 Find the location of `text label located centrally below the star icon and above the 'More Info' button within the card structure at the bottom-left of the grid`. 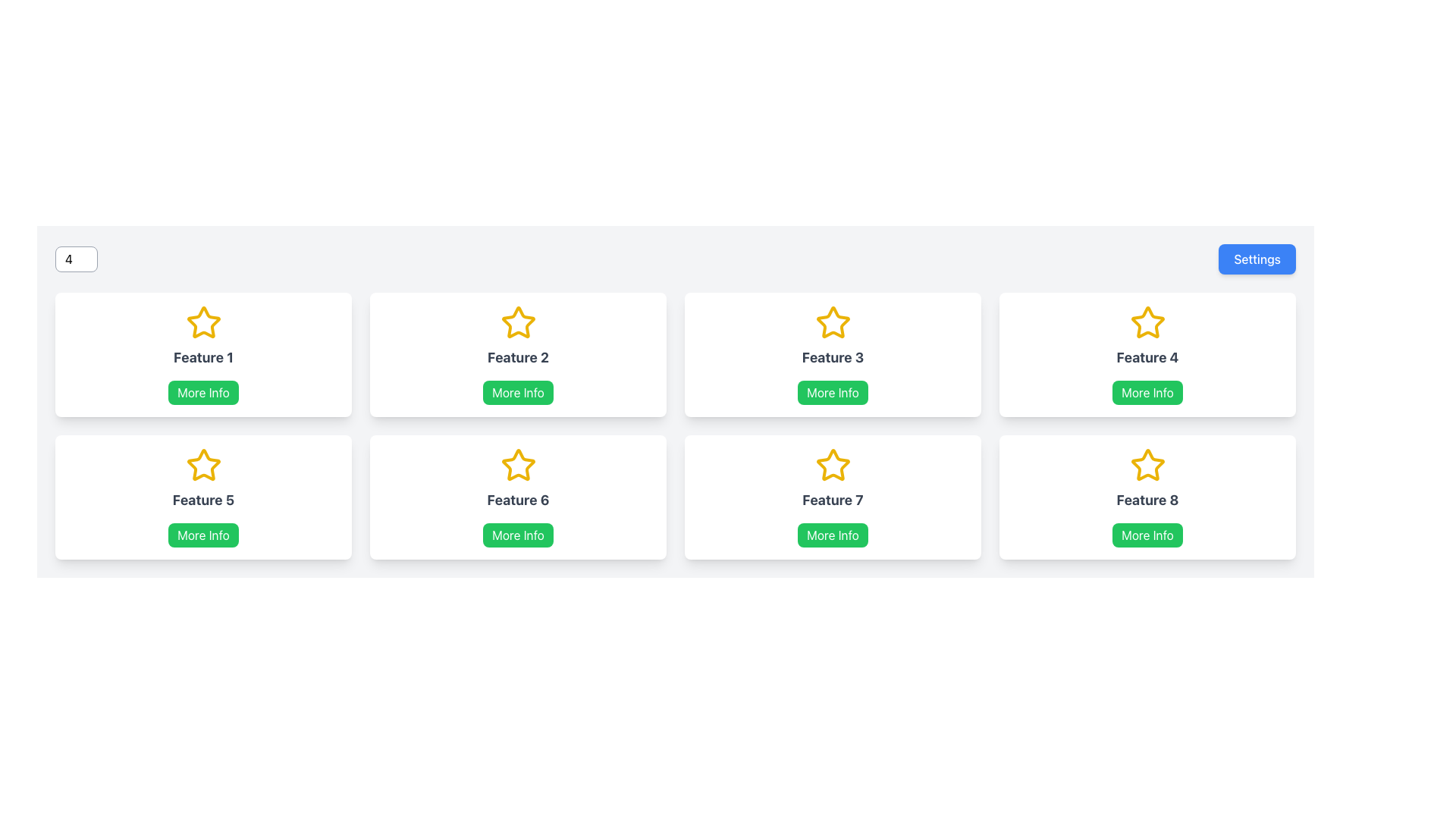

text label located centrally below the star icon and above the 'More Info' button within the card structure at the bottom-left of the grid is located at coordinates (202, 500).